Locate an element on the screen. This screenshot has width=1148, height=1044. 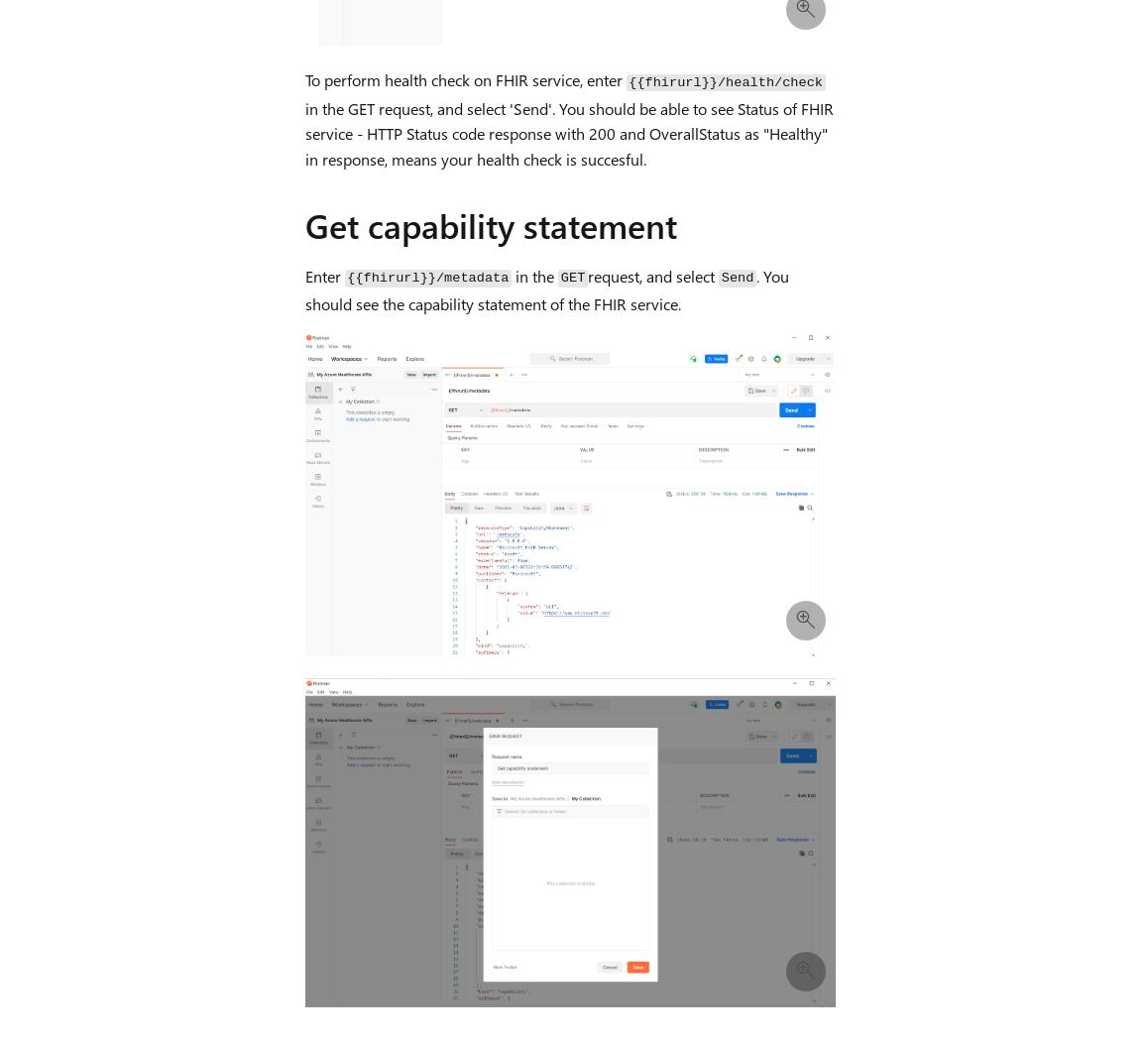
'Enter' is located at coordinates (324, 274).